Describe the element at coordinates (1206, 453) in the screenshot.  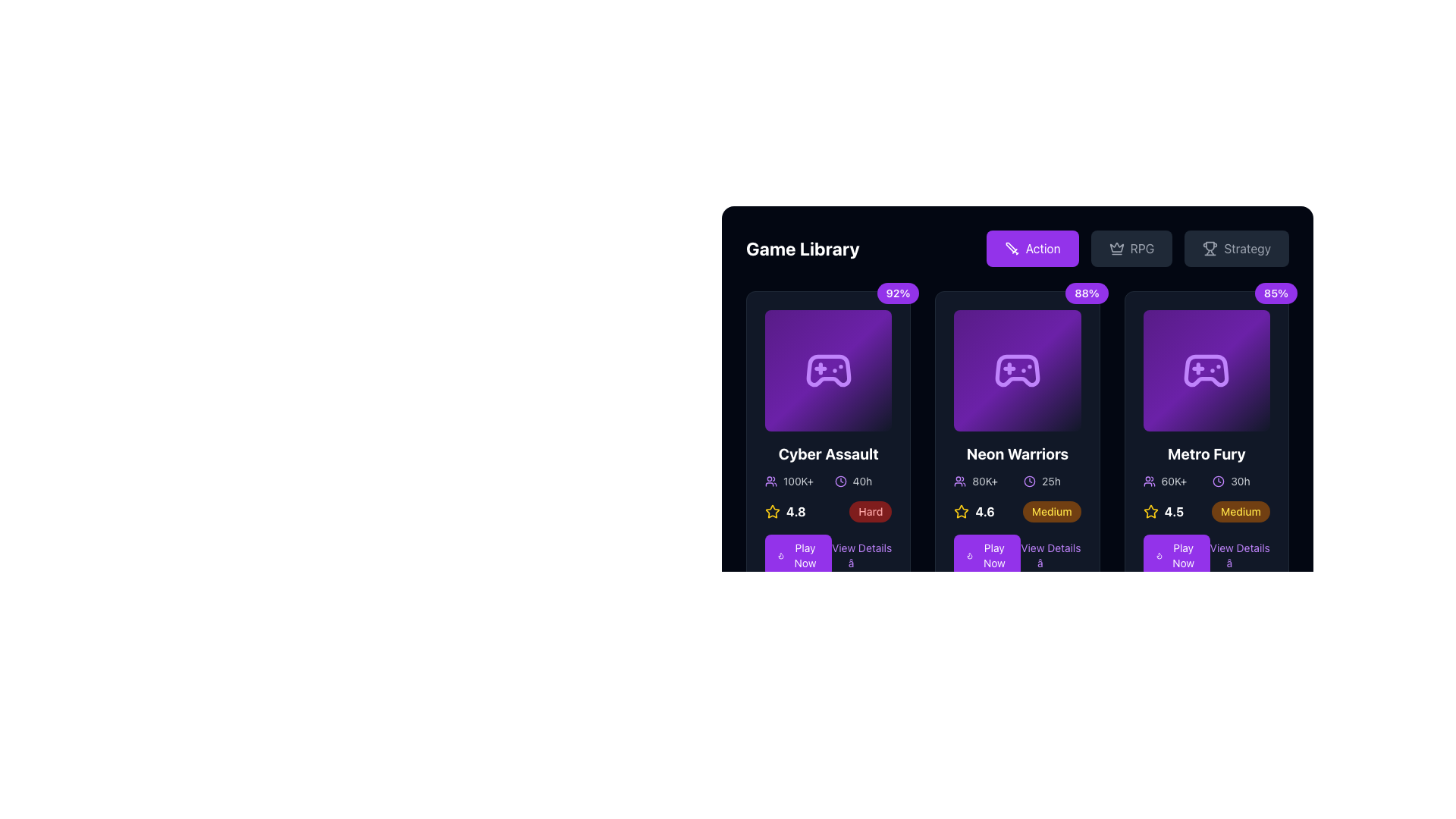
I see `the text label serving as the title for the game 'Metro Fury', which is located in the Game Library section as the third card in a horizontal sequence, positioned below the game icon` at that location.